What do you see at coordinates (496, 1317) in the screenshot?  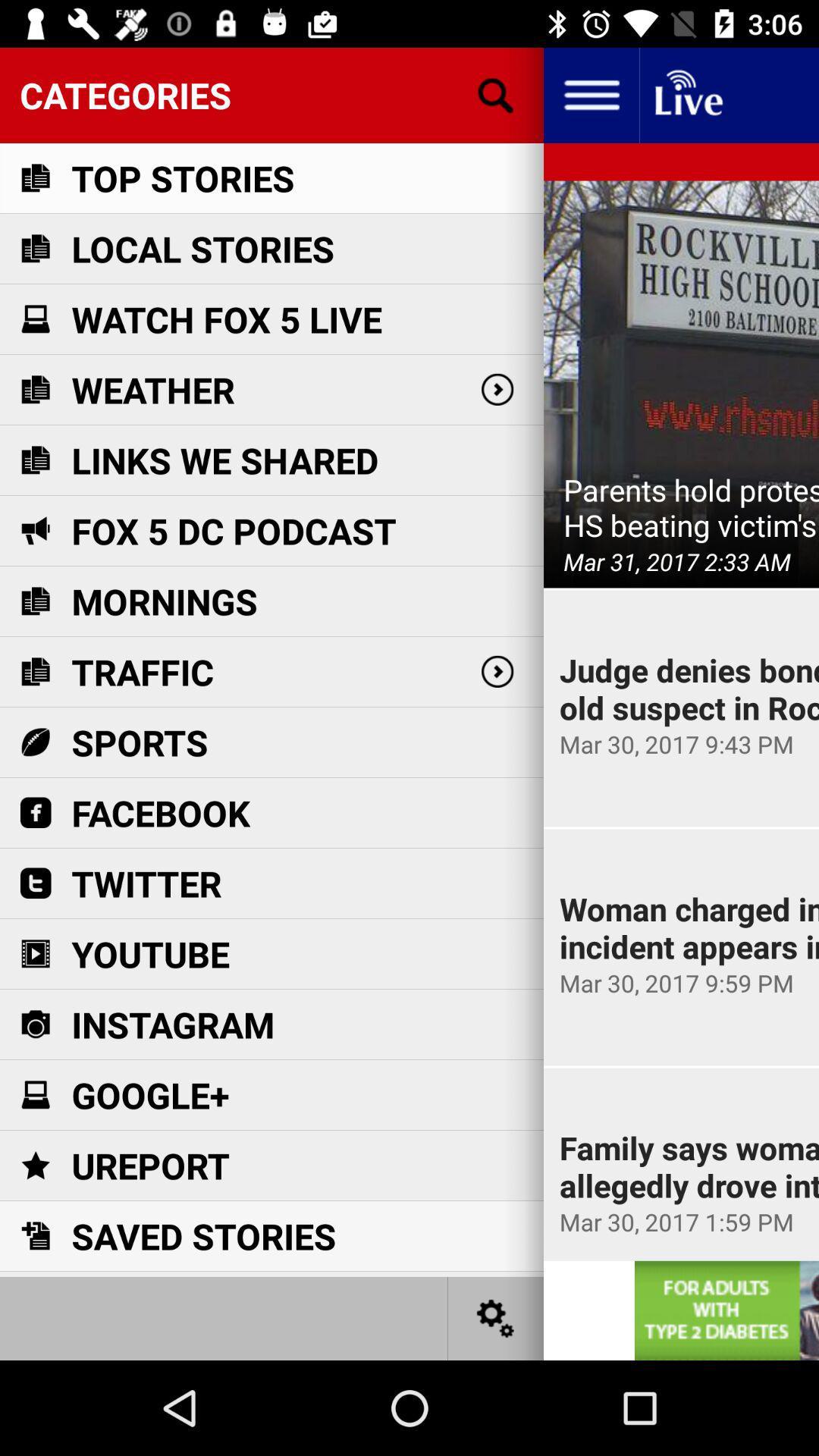 I see `allows to share` at bounding box center [496, 1317].